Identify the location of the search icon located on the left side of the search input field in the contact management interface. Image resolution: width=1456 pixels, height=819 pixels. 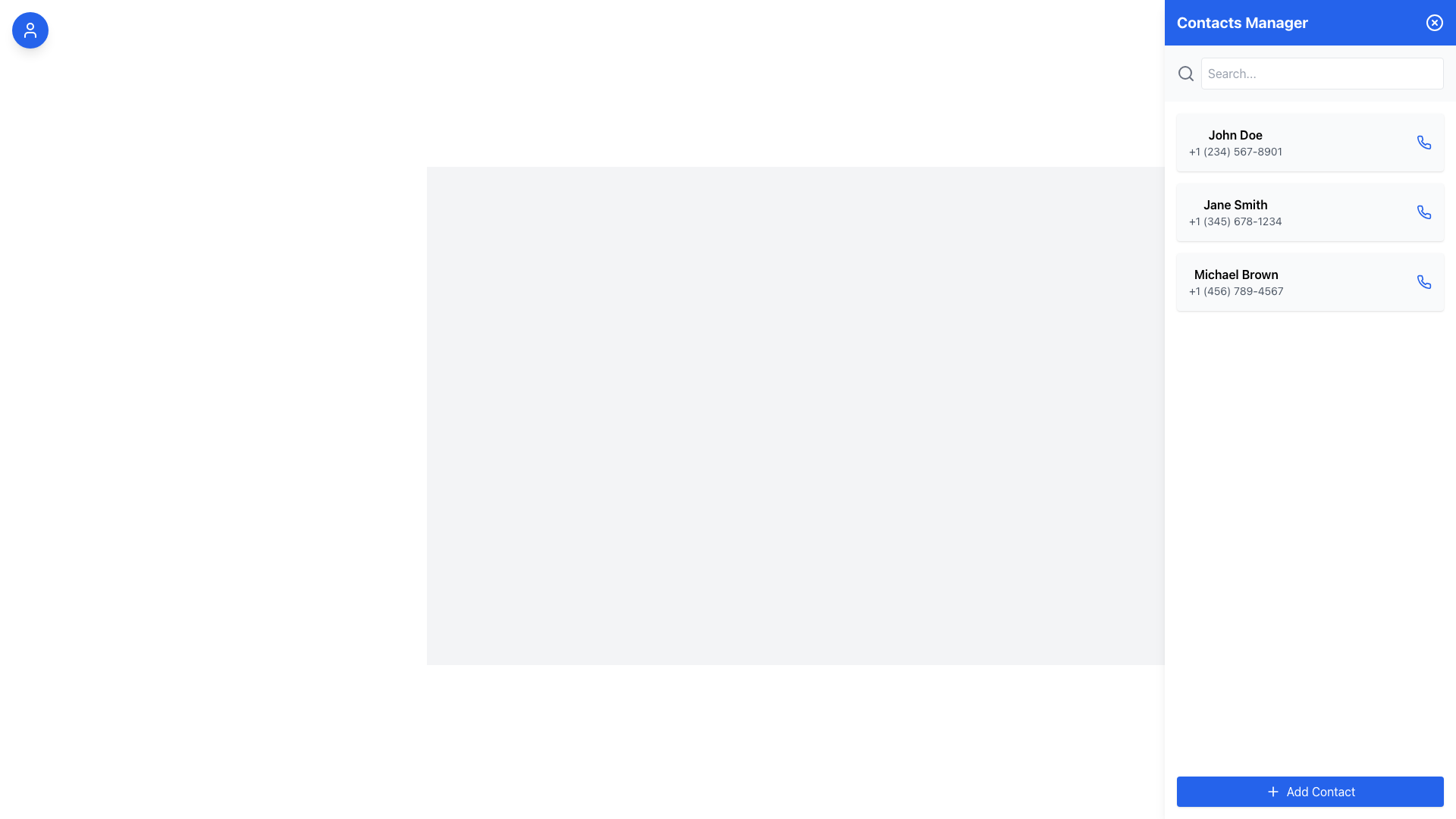
(1185, 73).